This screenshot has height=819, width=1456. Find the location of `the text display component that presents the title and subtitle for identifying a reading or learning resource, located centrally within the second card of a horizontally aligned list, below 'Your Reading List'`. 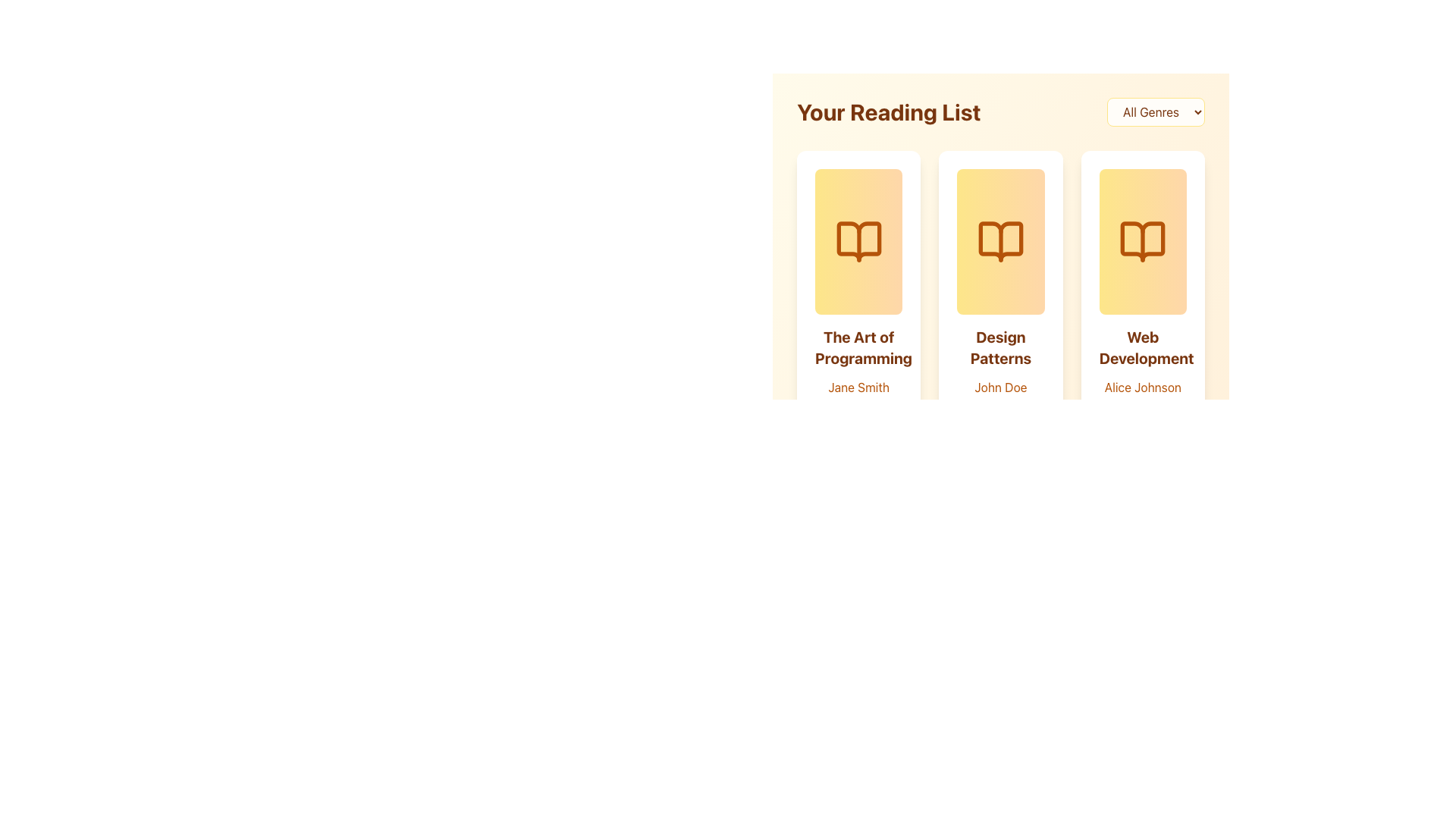

the text display component that presents the title and subtitle for identifying a reading or learning resource, located centrally within the second card of a horizontally aligned list, below 'Your Reading List' is located at coordinates (1001, 393).